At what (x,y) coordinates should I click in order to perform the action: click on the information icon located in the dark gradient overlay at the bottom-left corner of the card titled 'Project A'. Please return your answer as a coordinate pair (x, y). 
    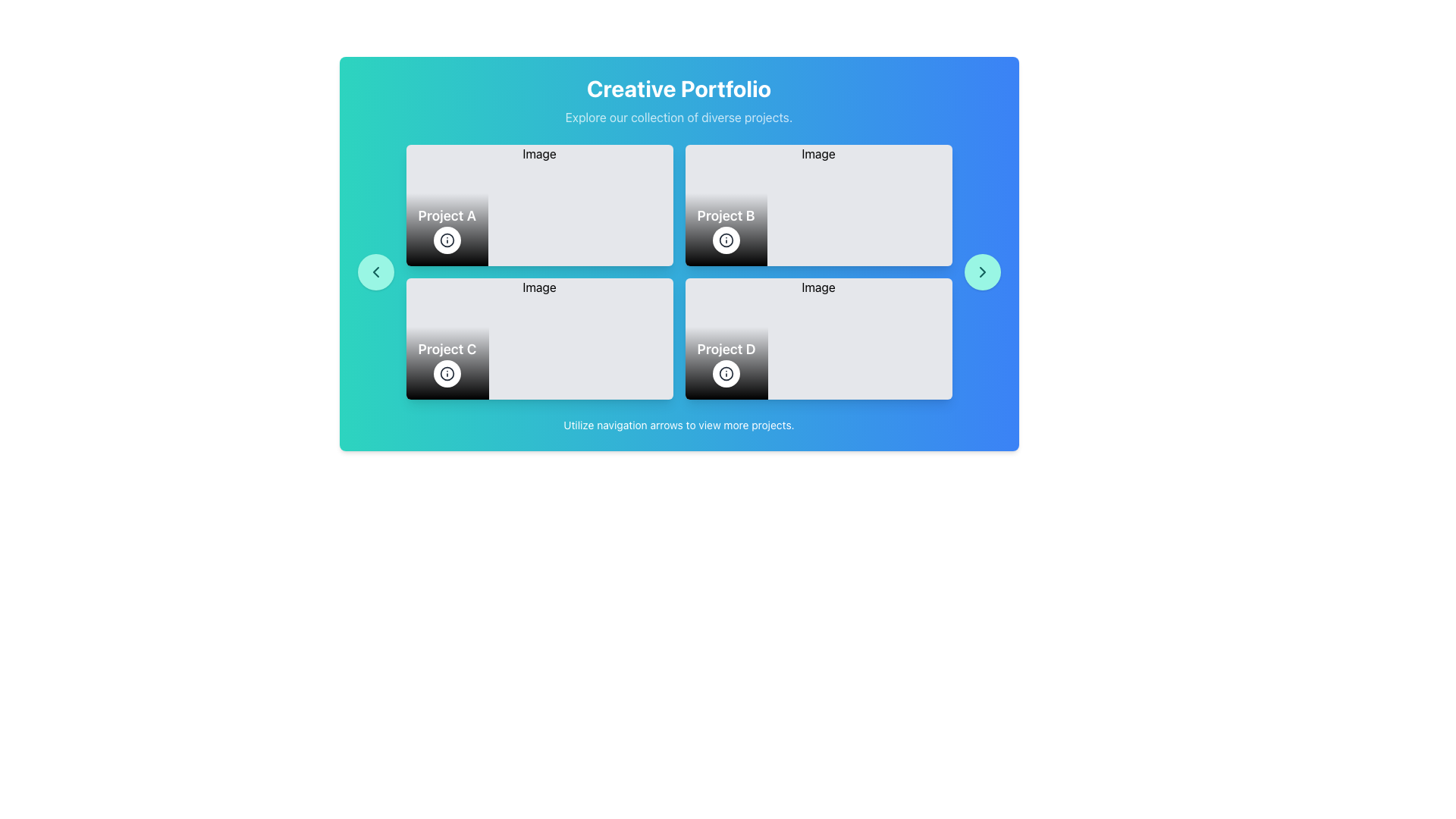
    Looking at the image, I should click on (446, 230).